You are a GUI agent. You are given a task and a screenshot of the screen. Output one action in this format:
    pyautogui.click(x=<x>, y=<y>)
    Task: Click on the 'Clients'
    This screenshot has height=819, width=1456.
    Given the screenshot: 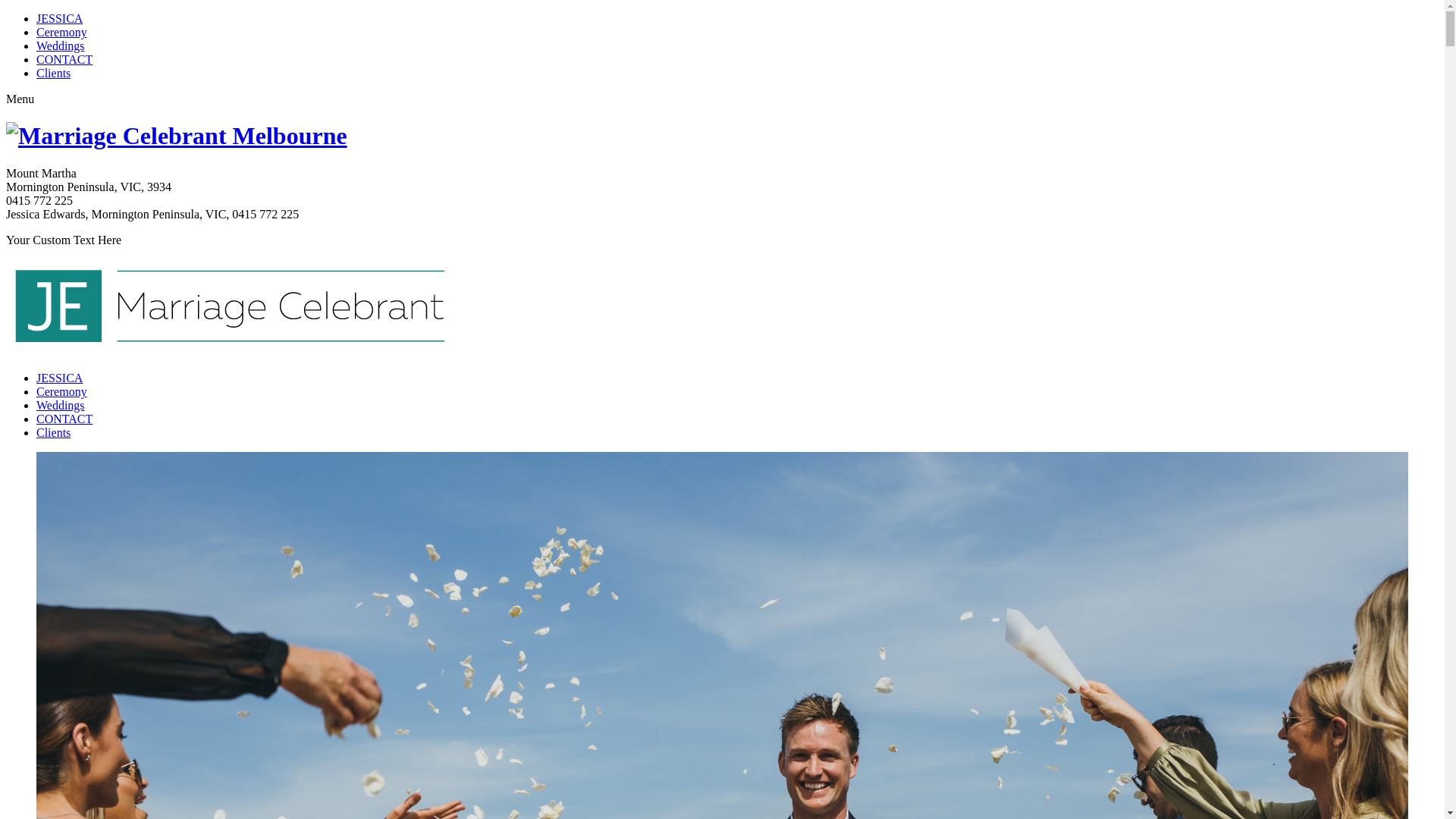 What is the action you would take?
    pyautogui.click(x=53, y=73)
    